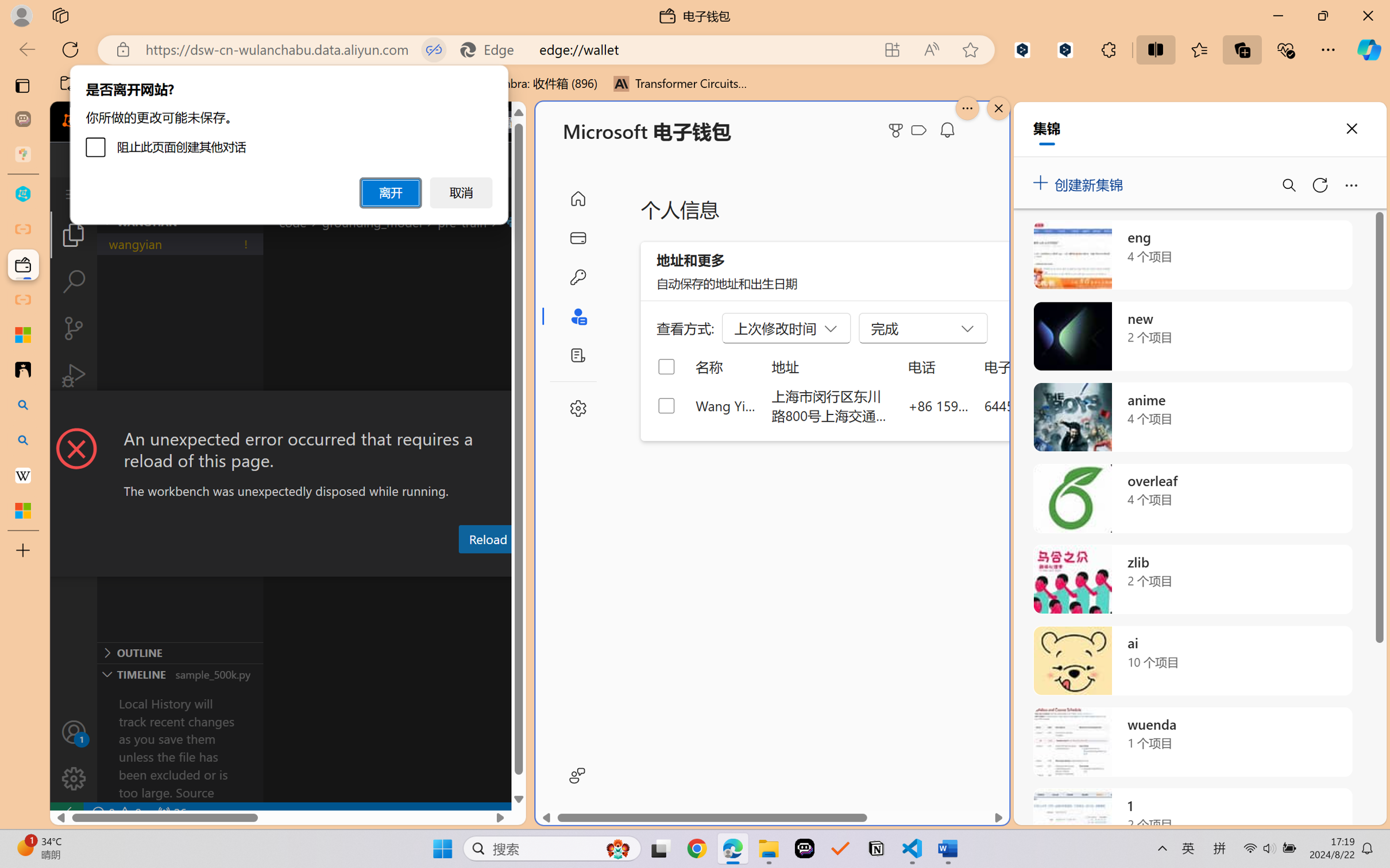  Describe the element at coordinates (308, 566) in the screenshot. I see `'Problems (Ctrl+Shift+M)'` at that location.